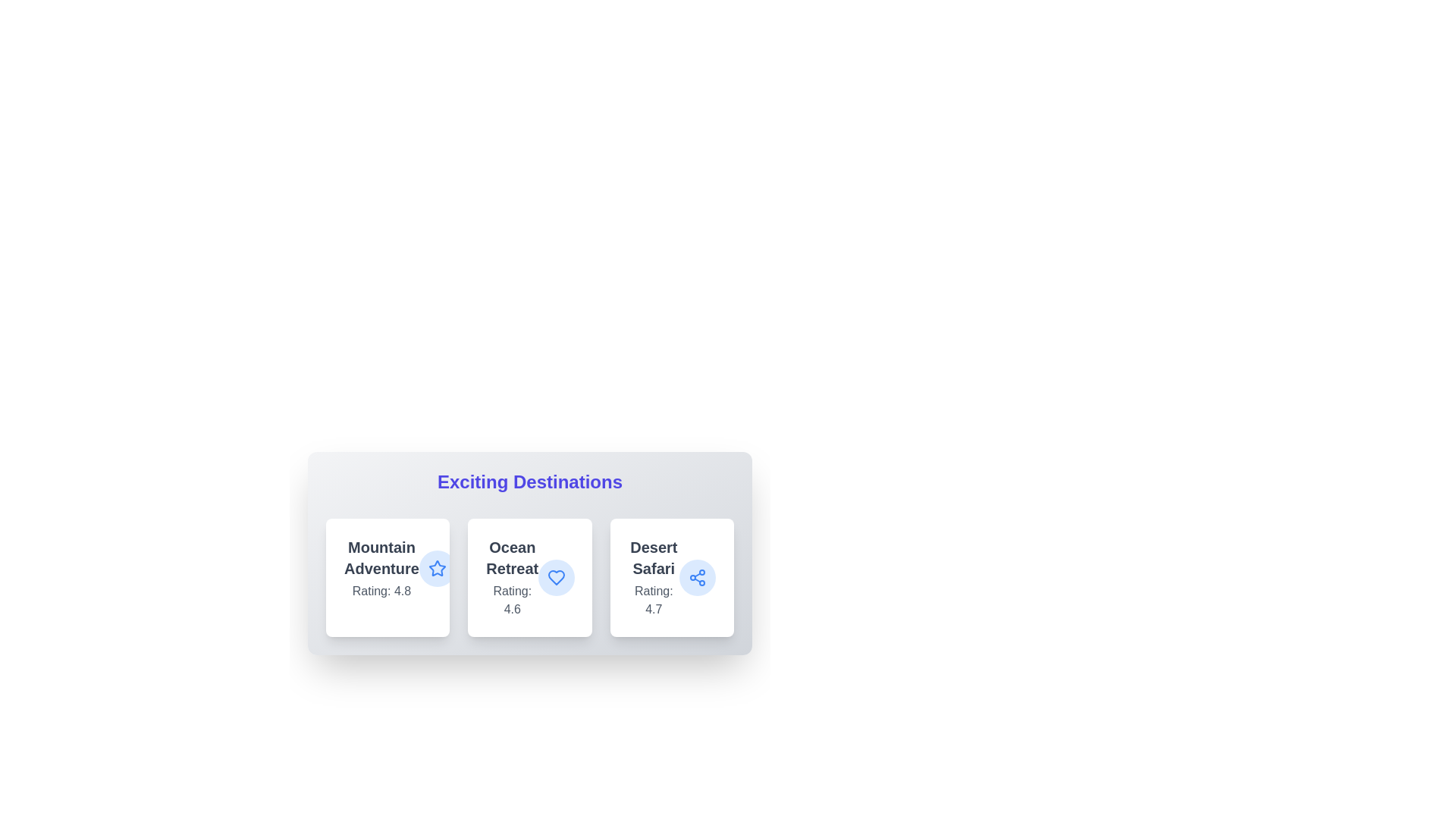 The width and height of the screenshot is (1456, 819). Describe the element at coordinates (381, 558) in the screenshot. I see `the text of the card labeled 'Mountain Adventure' to highlight or copy it` at that location.